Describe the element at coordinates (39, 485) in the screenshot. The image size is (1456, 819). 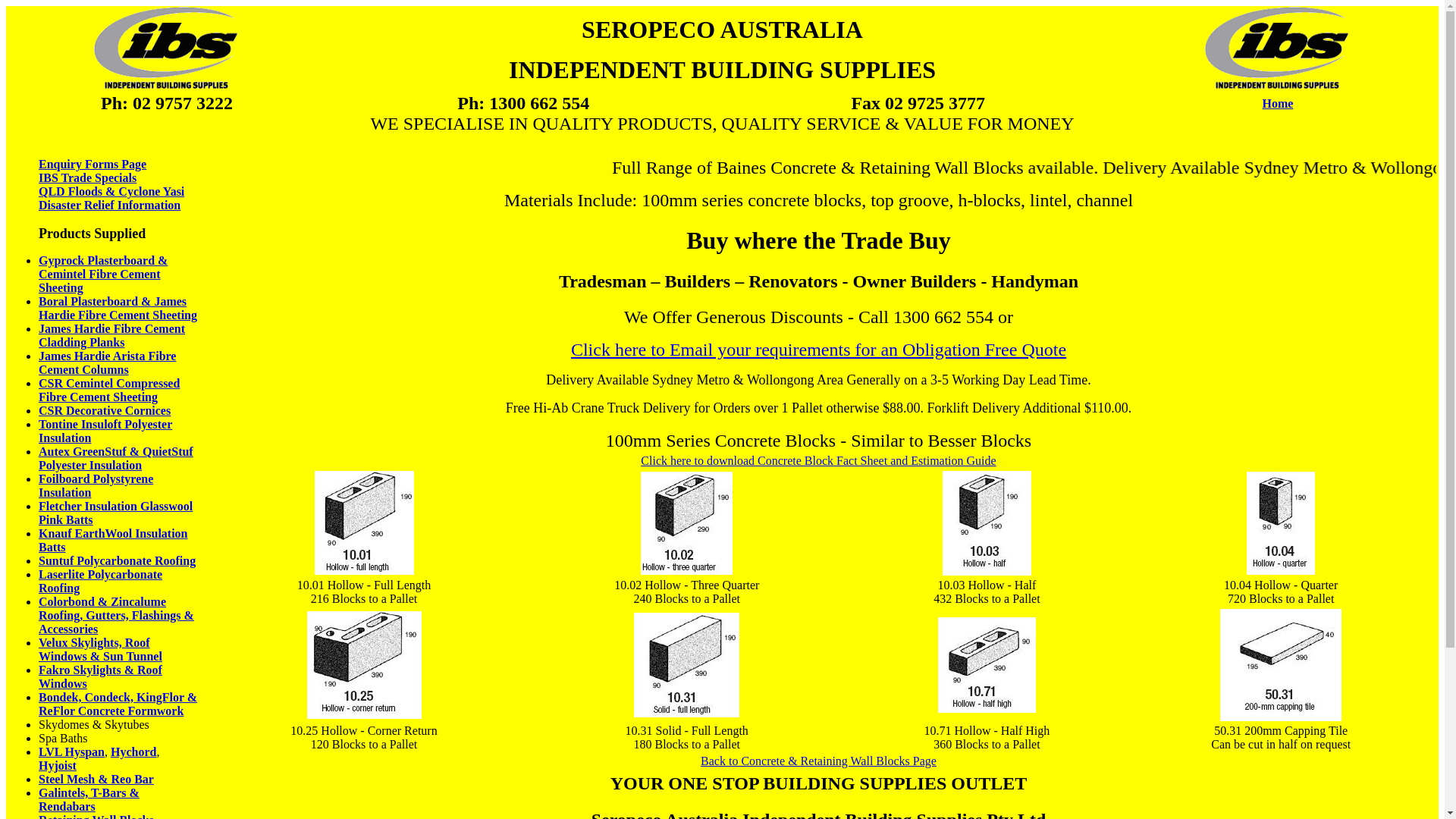
I see `'Foilboard Polystyrene Insulation'` at that location.